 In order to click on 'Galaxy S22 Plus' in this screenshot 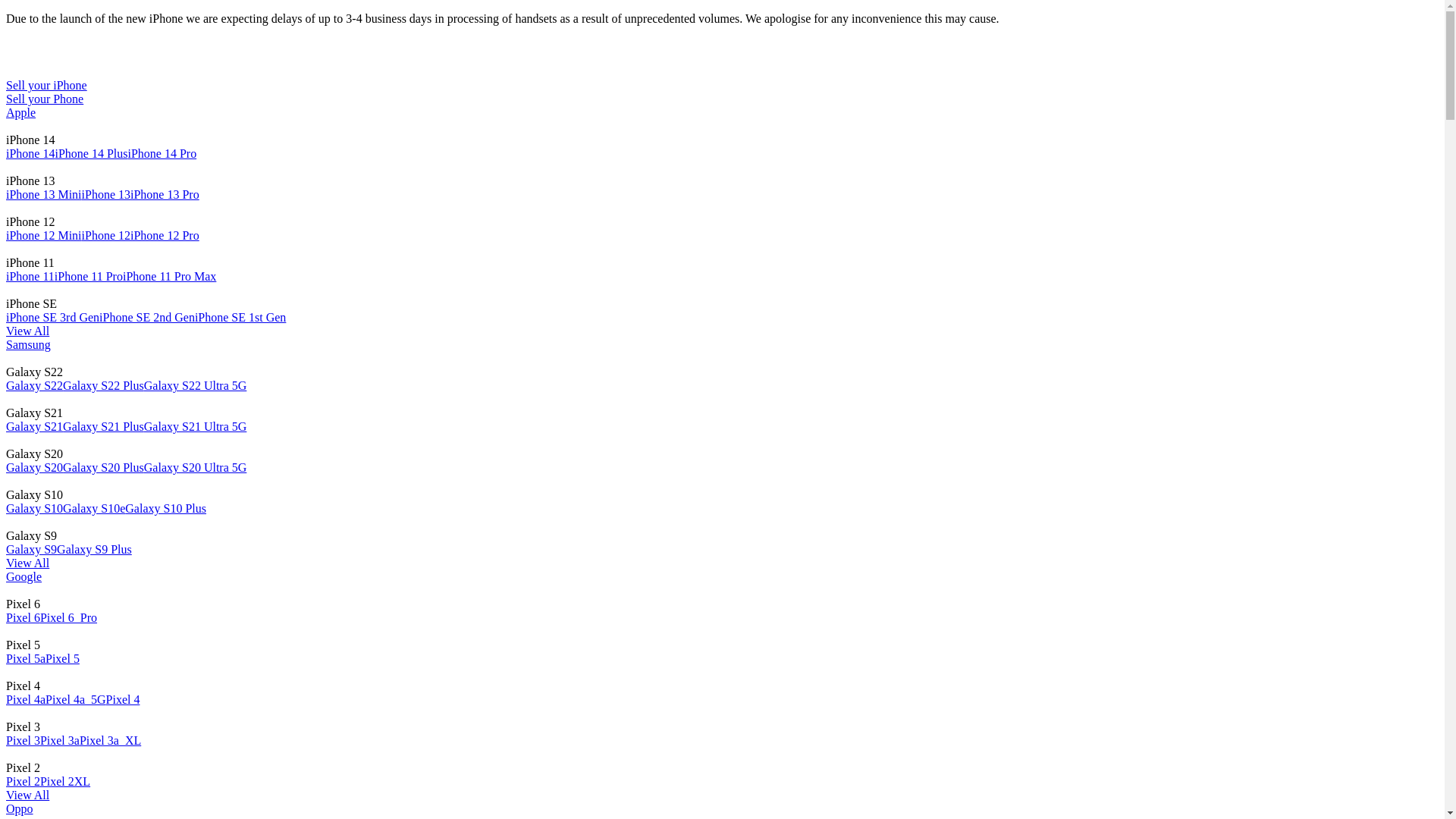, I will do `click(61, 384)`.